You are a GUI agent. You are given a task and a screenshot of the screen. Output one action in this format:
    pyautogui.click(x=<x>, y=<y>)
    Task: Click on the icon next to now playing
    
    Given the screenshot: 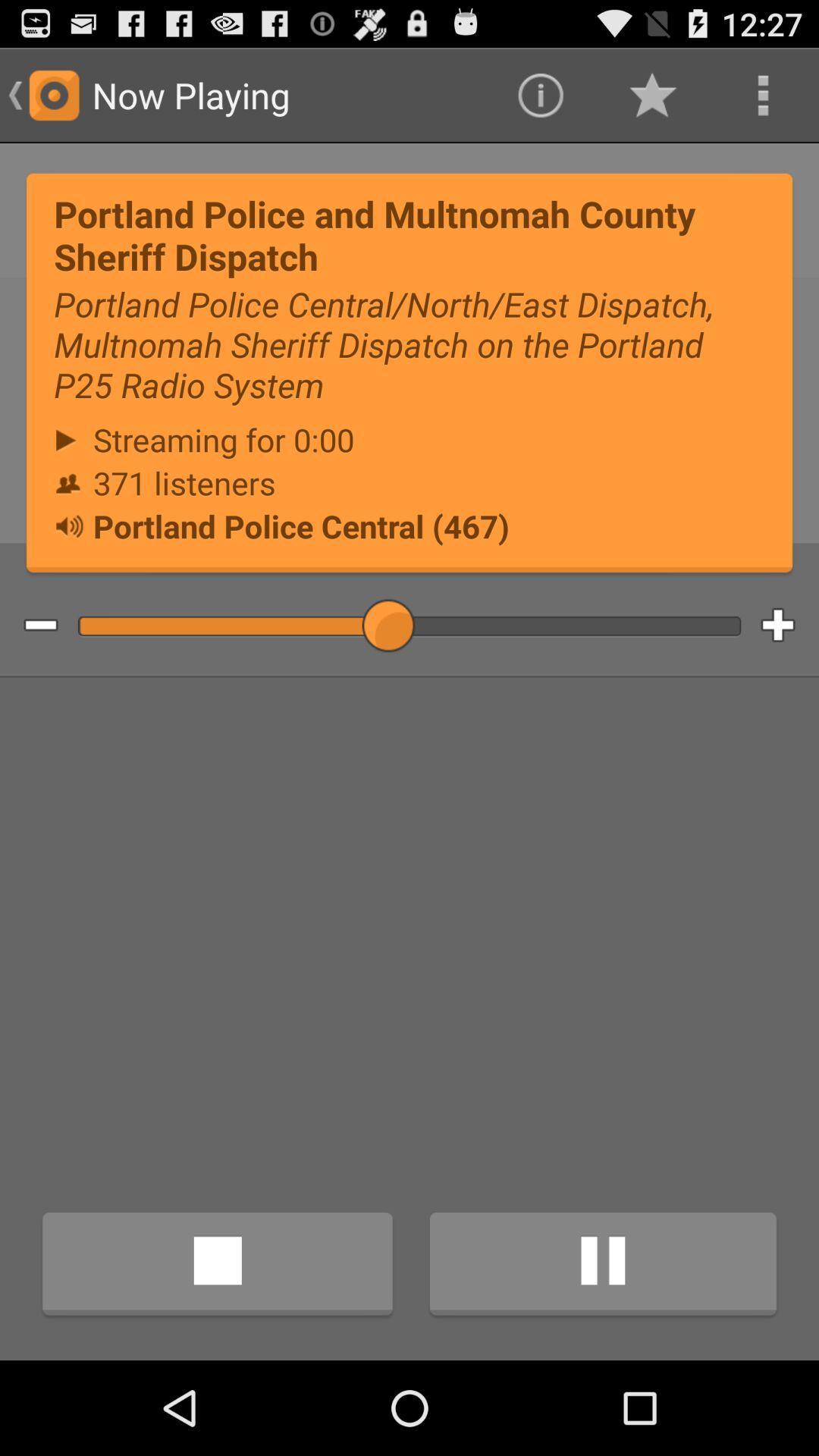 What is the action you would take?
    pyautogui.click(x=539, y=94)
    